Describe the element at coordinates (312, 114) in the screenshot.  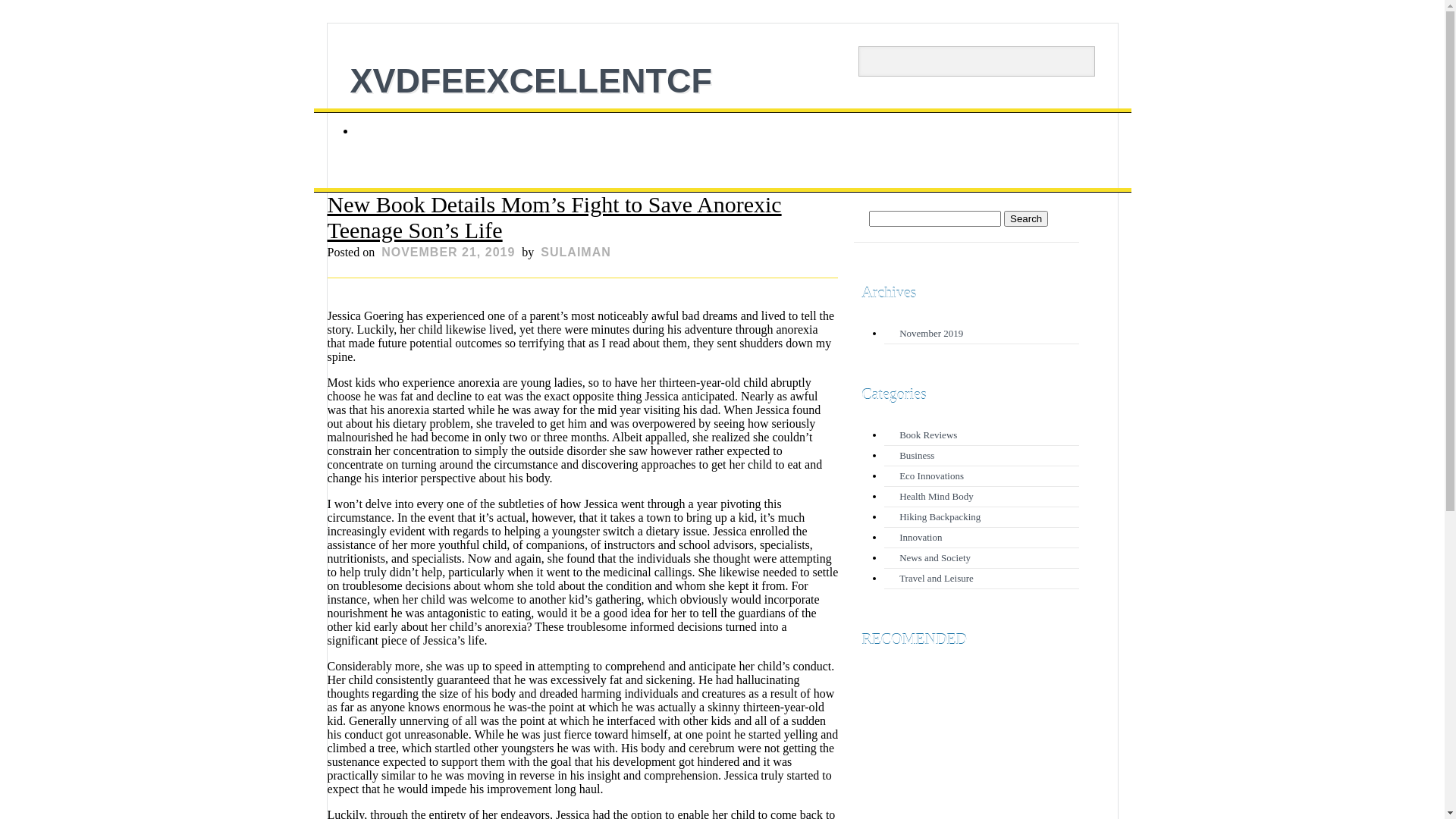
I see `'Skip to content'` at that location.